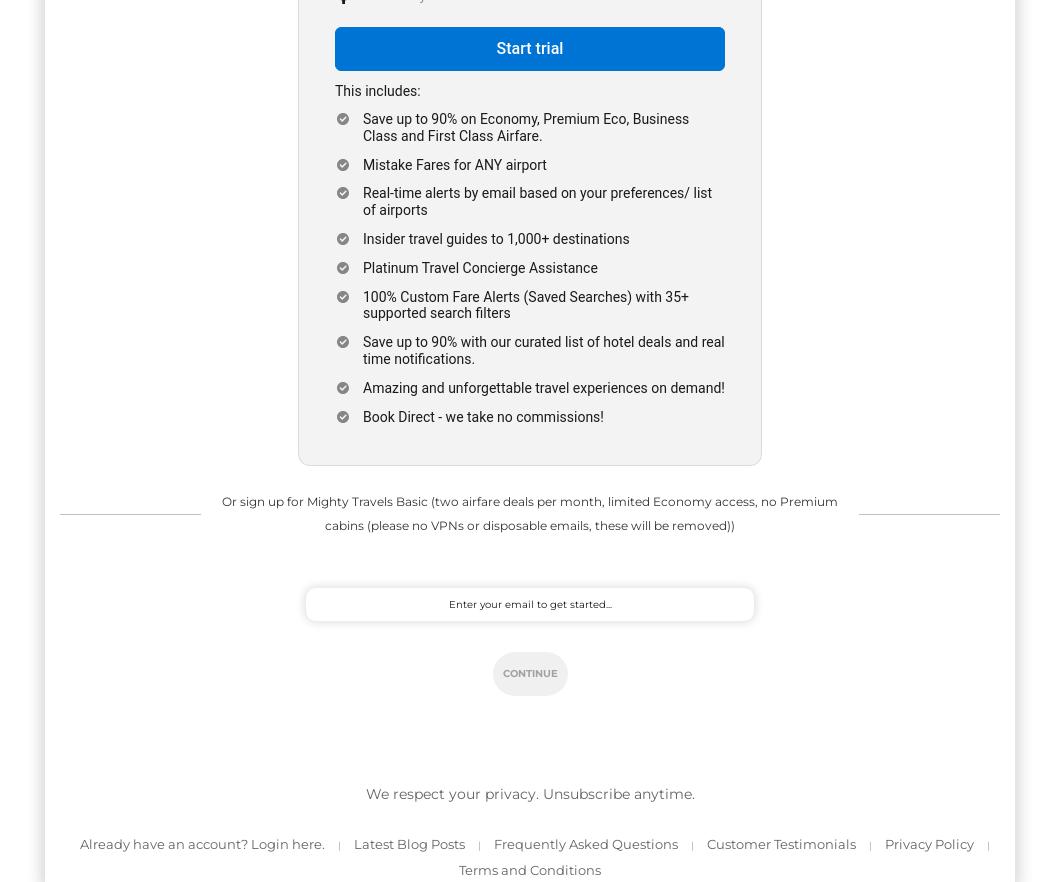 The height and width of the screenshot is (882, 1060). What do you see at coordinates (928, 843) in the screenshot?
I see `'Privacy Policy'` at bounding box center [928, 843].